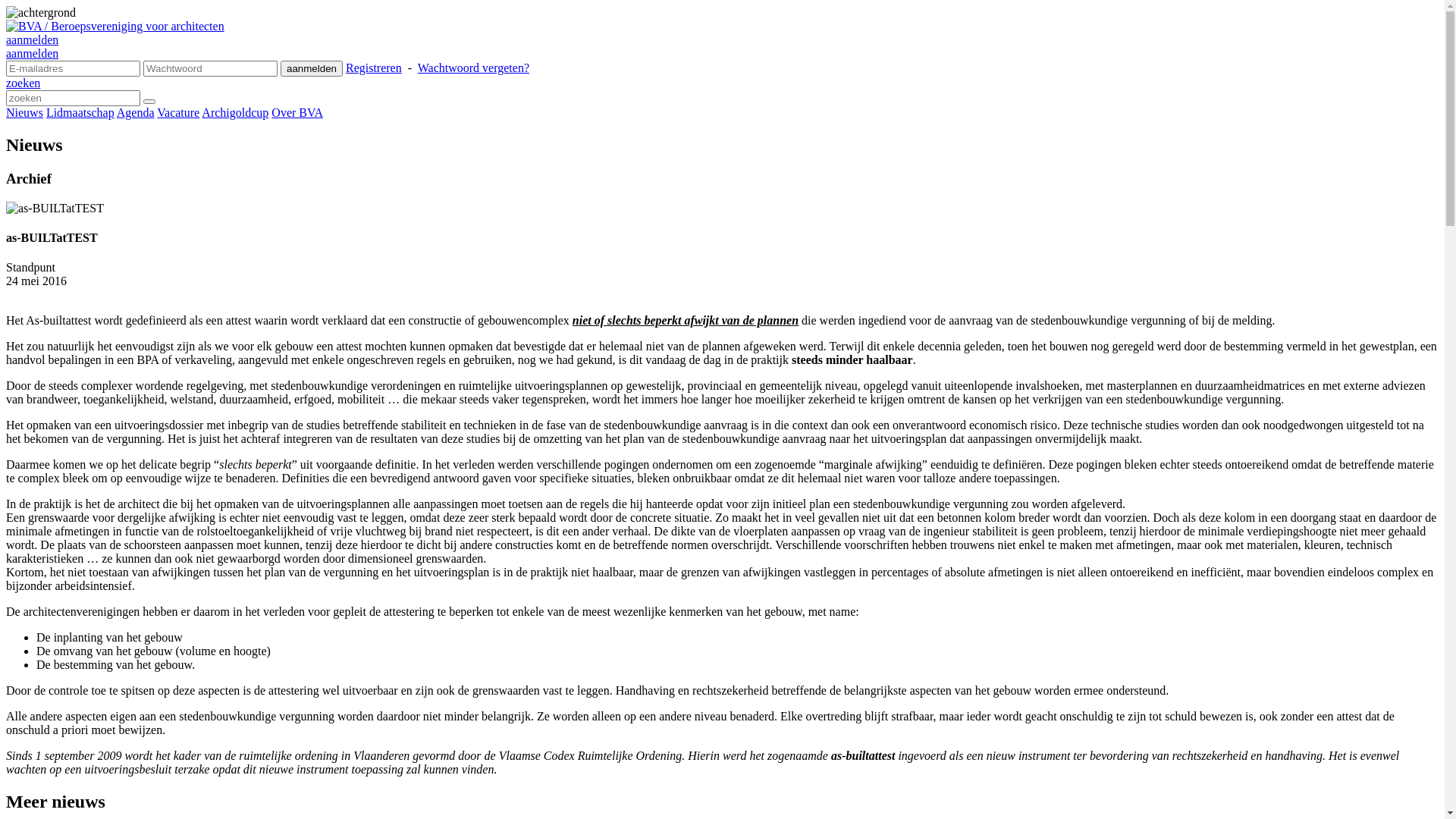 The image size is (1456, 819). What do you see at coordinates (178, 111) in the screenshot?
I see `'Vacature'` at bounding box center [178, 111].